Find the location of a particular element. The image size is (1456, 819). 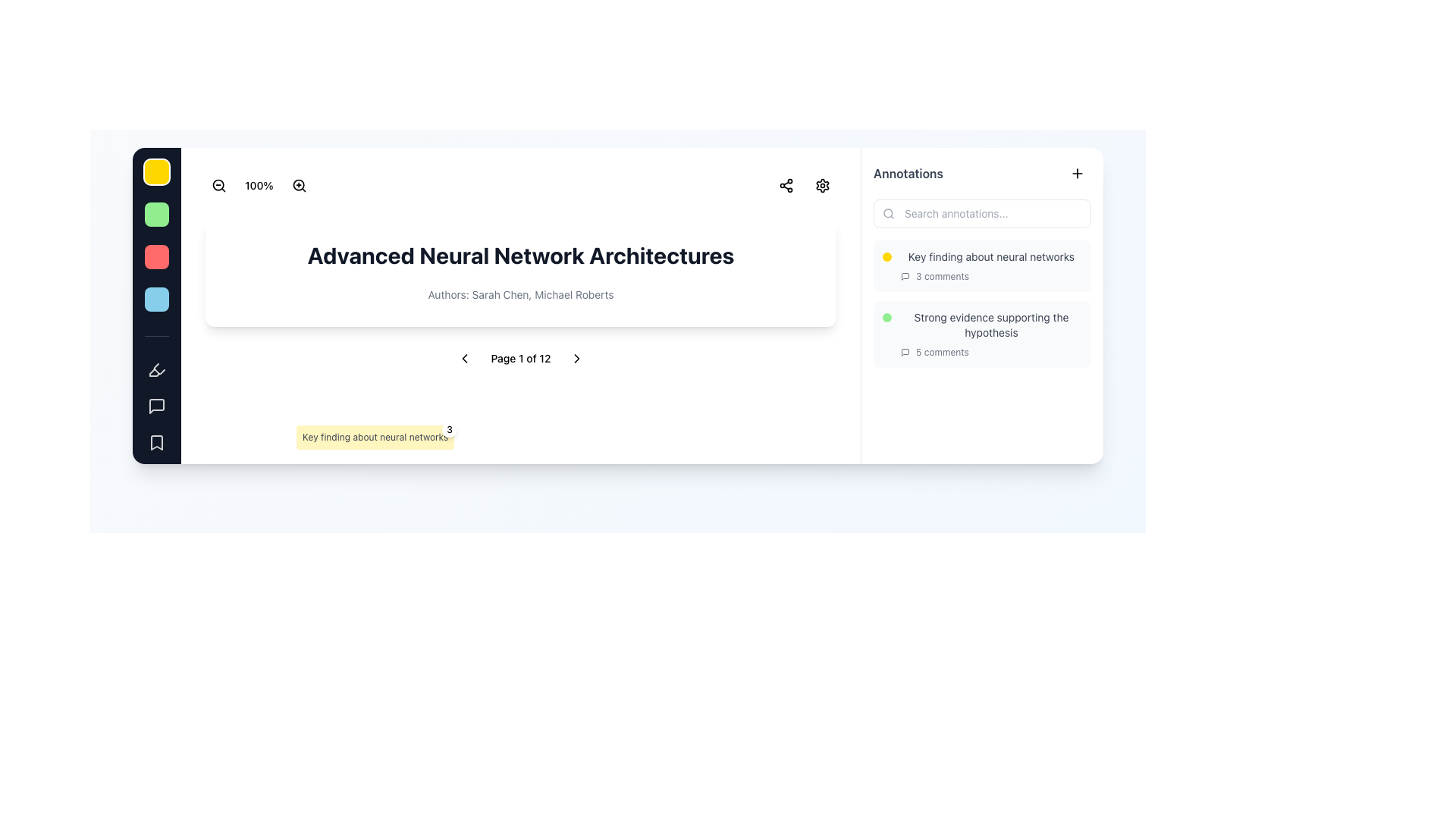

the plus icon located at the top right corner of the 'Annotations' section is located at coordinates (1076, 172).